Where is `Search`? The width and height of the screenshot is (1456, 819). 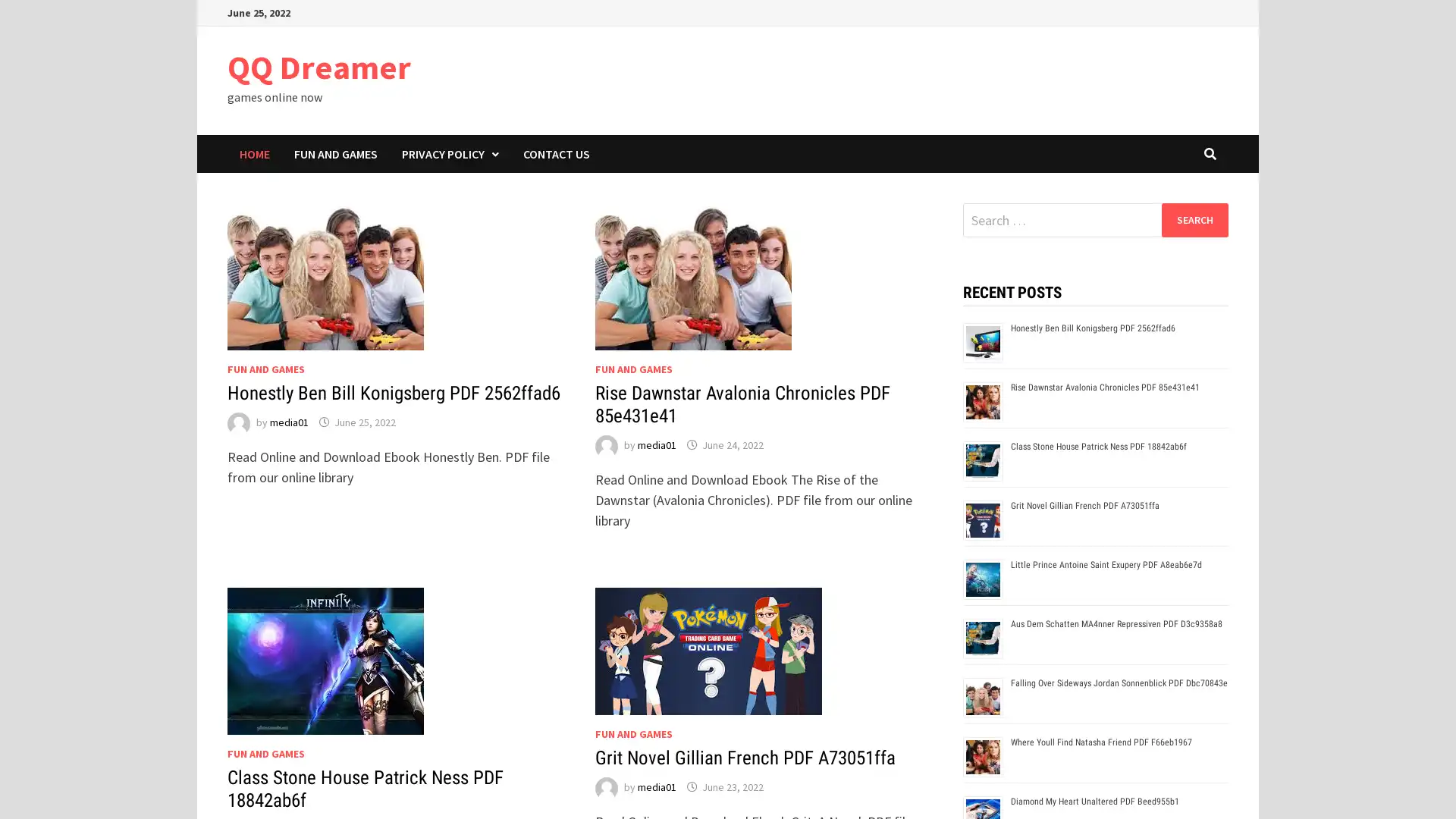
Search is located at coordinates (1194, 219).